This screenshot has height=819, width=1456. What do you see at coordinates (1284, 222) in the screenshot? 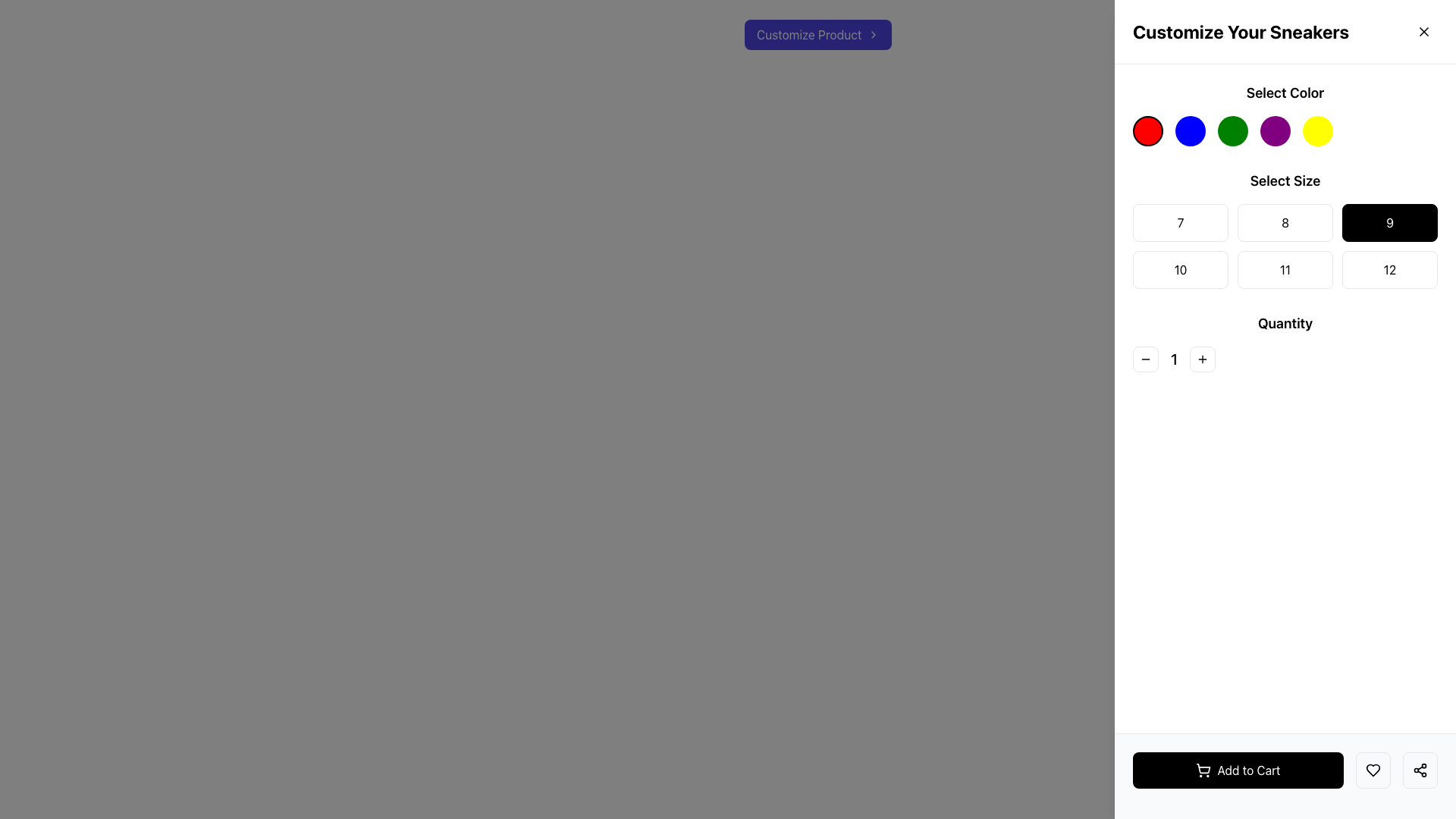
I see `the rectangular button with a white background and black text displaying the number '8'` at bounding box center [1284, 222].